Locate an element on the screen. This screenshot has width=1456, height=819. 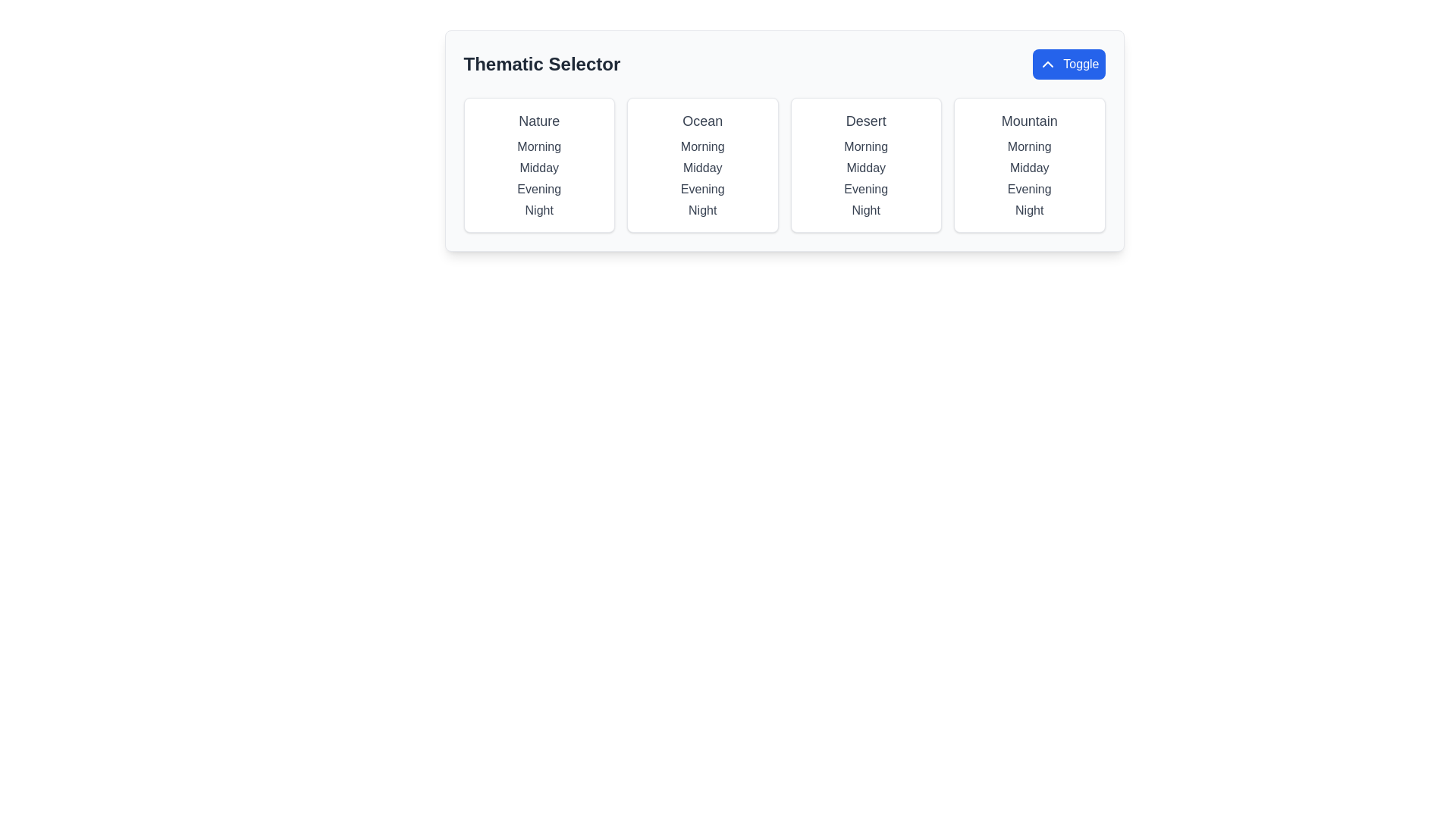
the associated card is located at coordinates (866, 120).